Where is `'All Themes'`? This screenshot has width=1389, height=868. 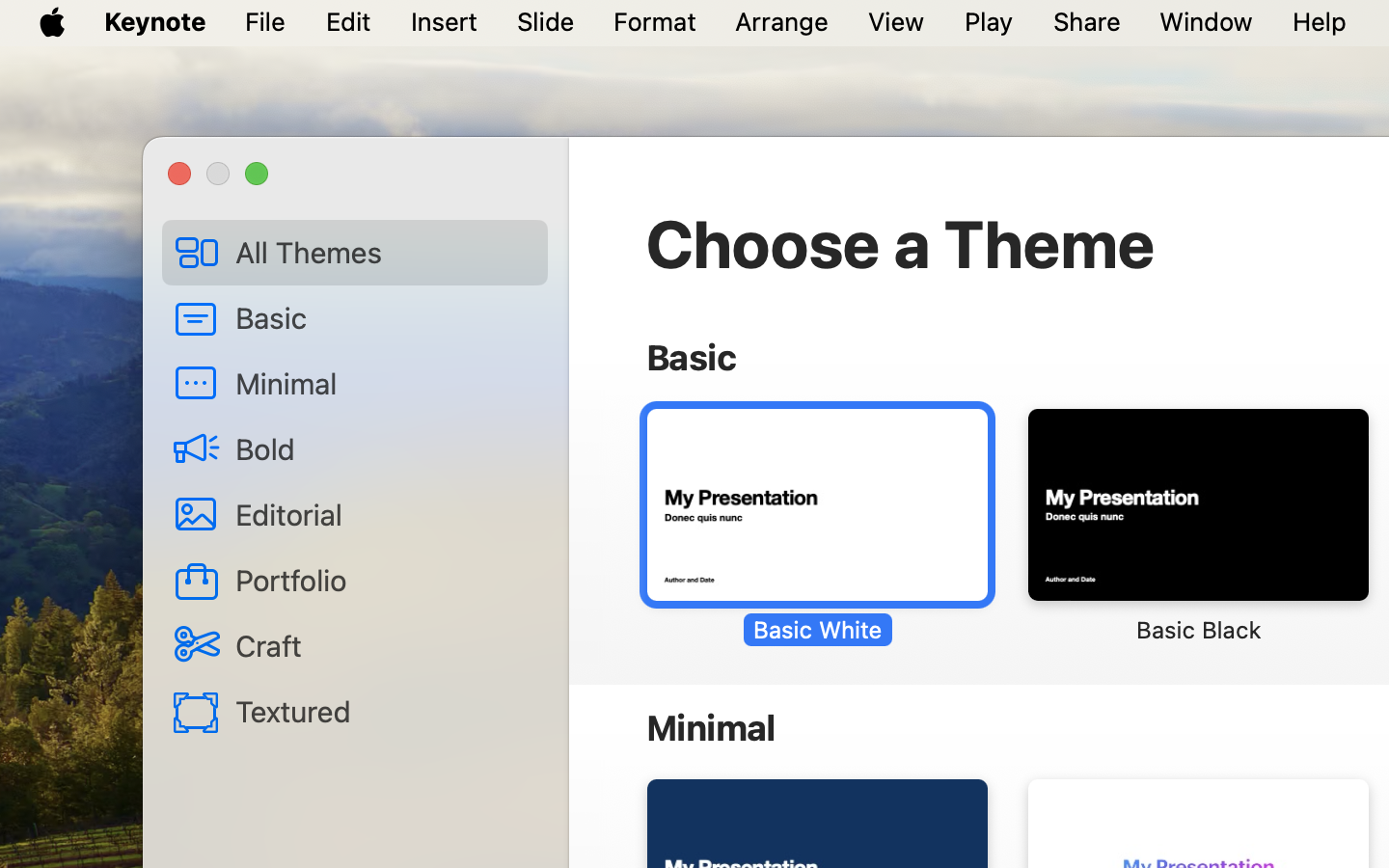
'All Themes' is located at coordinates (383, 251).